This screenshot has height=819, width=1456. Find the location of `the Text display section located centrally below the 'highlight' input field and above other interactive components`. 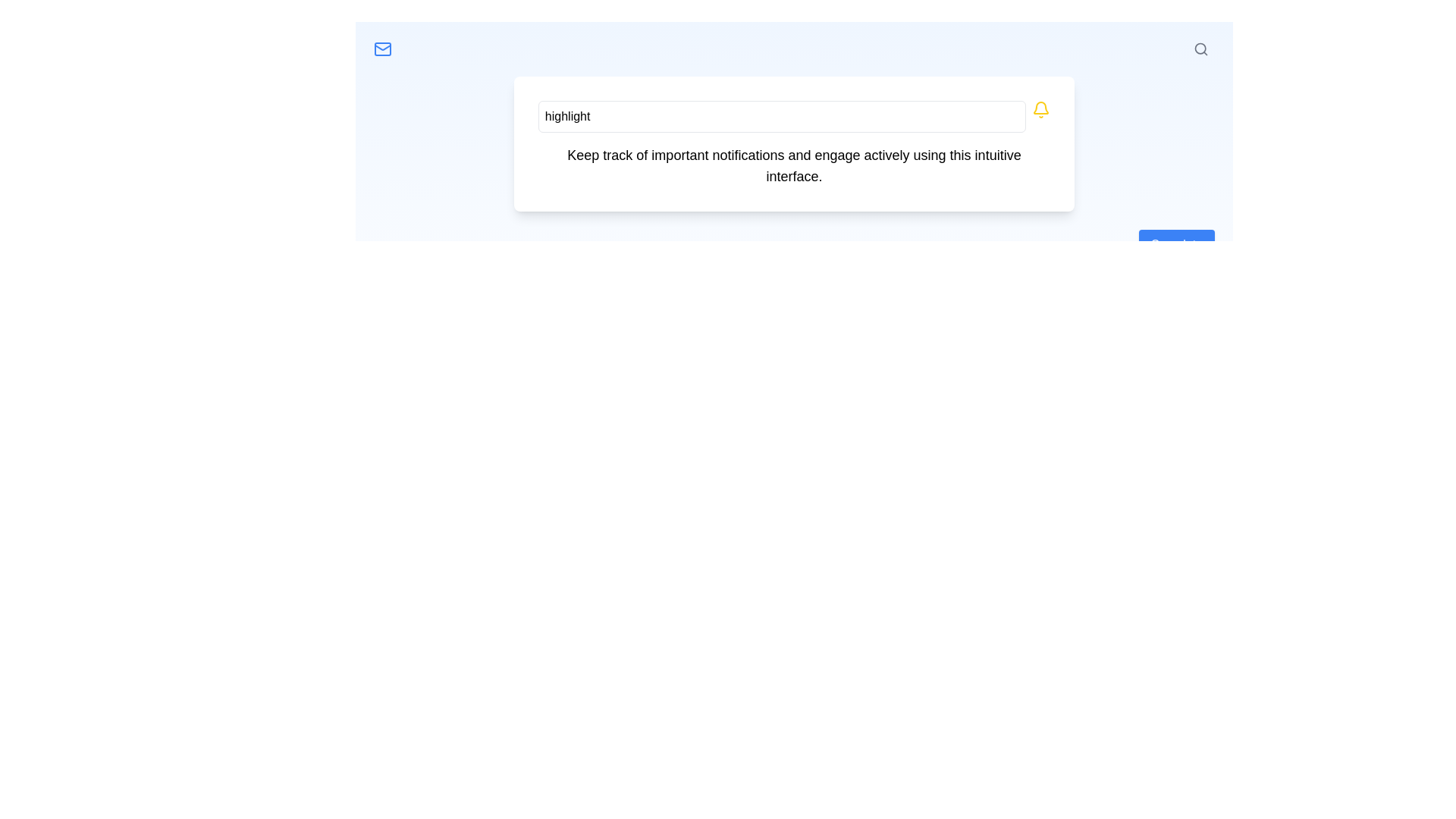

the Text display section located centrally below the 'highlight' input field and above other interactive components is located at coordinates (793, 143).